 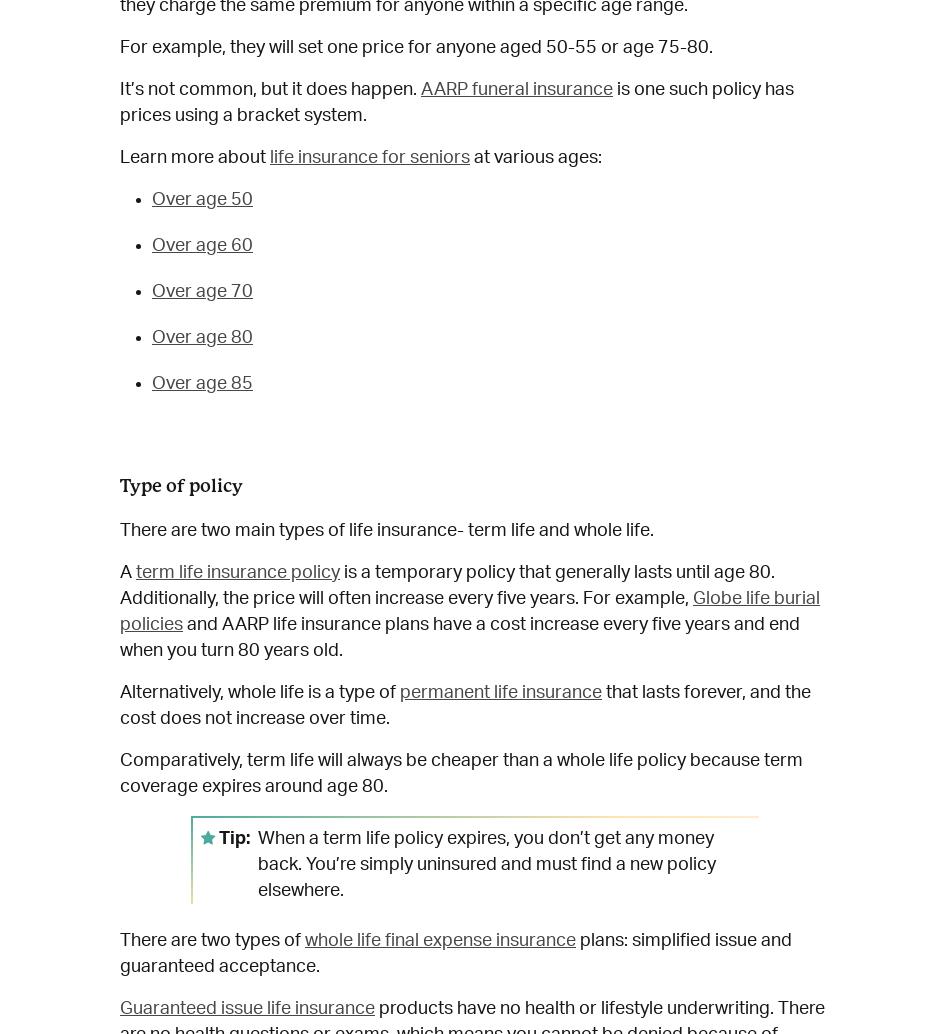 What do you see at coordinates (259, 691) in the screenshot?
I see `'Alternatively, whole life is a type of'` at bounding box center [259, 691].